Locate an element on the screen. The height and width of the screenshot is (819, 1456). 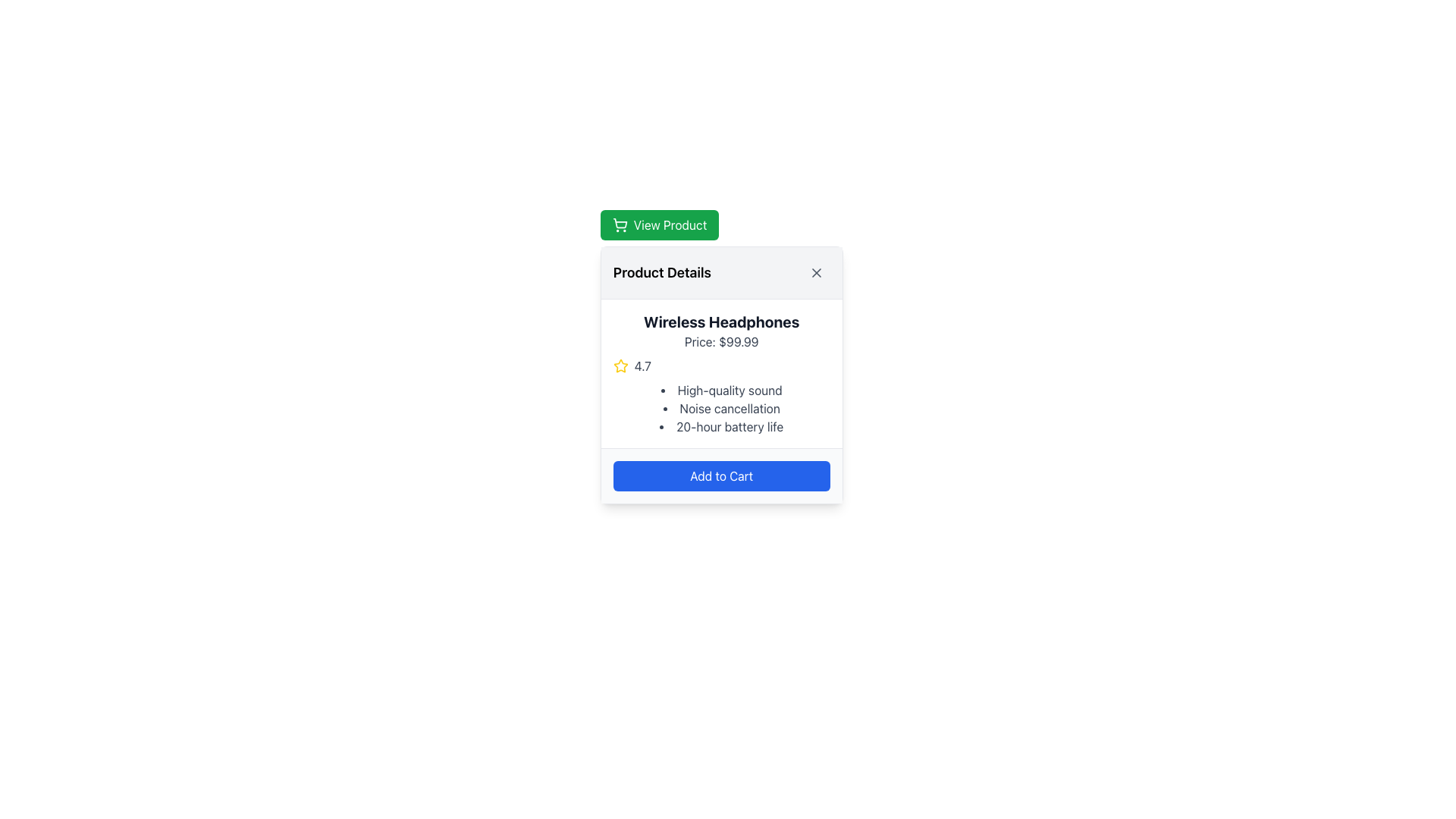
the text label displaying '4.7' in gray font, which is positioned to the right of a yellow star icon and centrally located beneath the title 'Wireless Headphones' is located at coordinates (642, 366).